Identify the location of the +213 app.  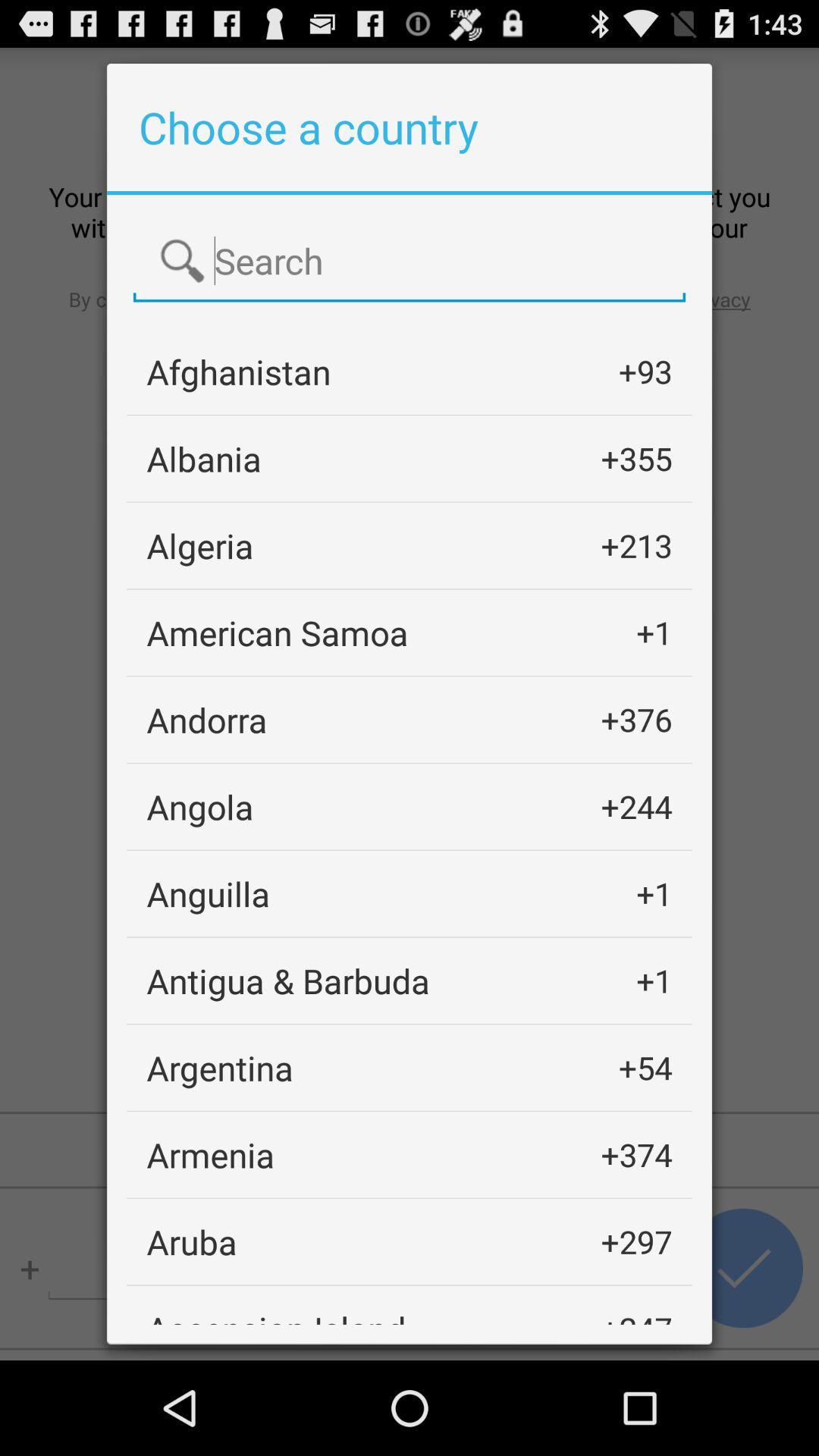
(636, 545).